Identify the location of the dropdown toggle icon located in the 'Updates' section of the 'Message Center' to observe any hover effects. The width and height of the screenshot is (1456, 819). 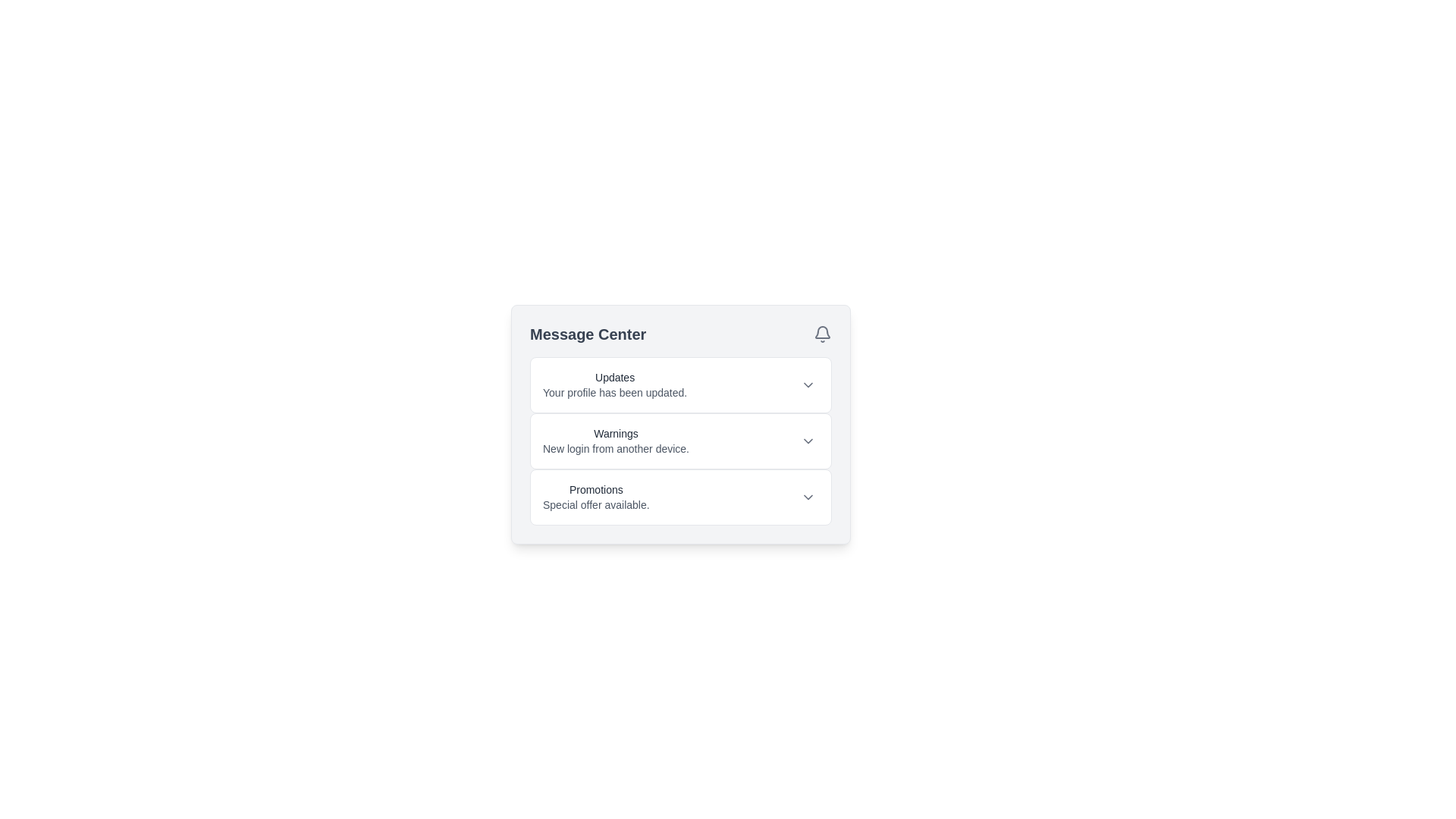
(807, 384).